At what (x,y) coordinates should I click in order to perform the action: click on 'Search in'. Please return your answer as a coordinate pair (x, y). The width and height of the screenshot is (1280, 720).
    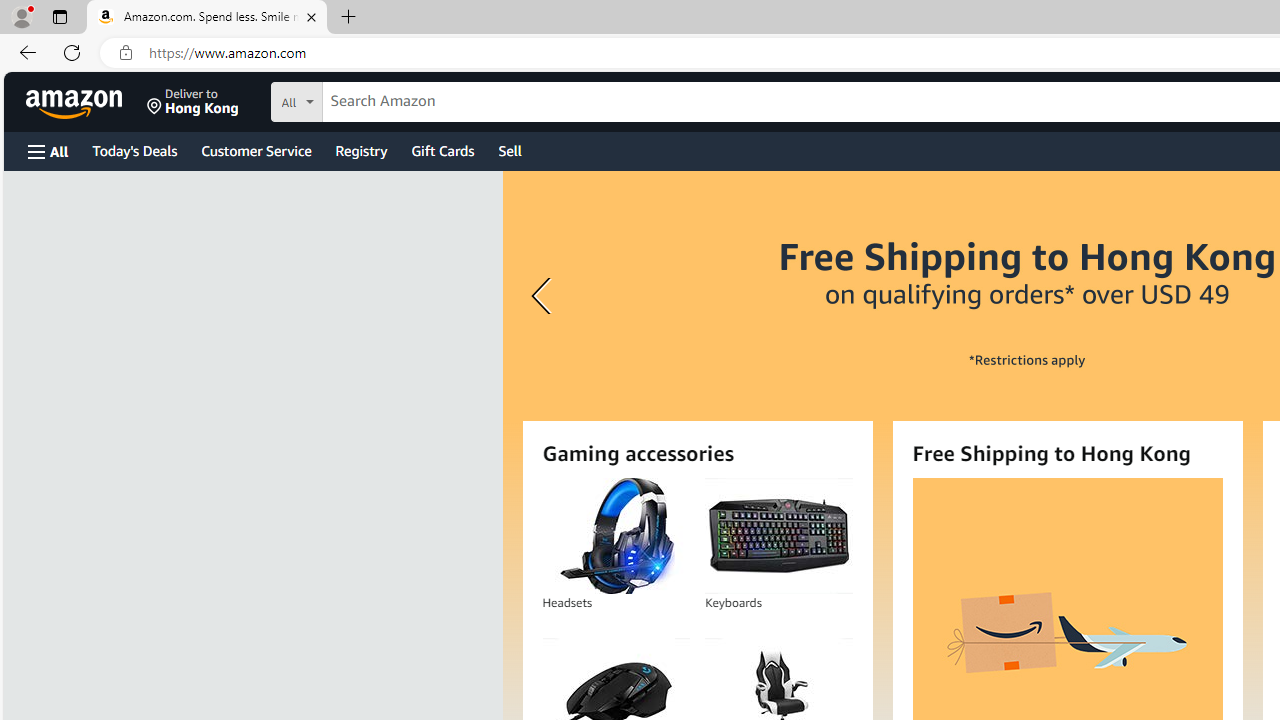
    Looking at the image, I should click on (371, 99).